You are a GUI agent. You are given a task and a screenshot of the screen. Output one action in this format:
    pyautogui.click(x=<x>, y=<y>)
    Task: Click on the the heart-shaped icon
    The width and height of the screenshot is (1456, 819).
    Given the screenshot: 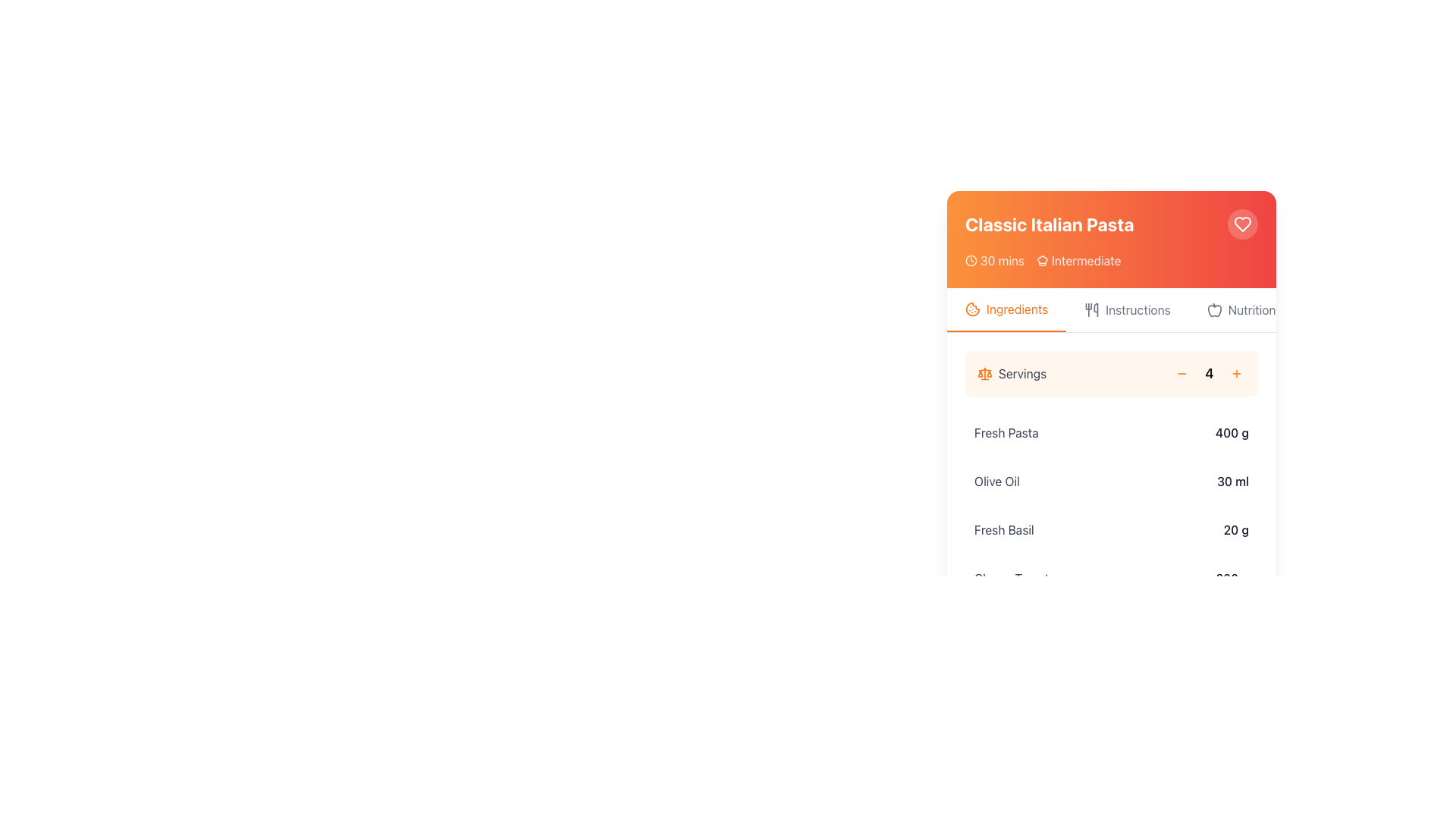 What is the action you would take?
    pyautogui.click(x=1242, y=224)
    